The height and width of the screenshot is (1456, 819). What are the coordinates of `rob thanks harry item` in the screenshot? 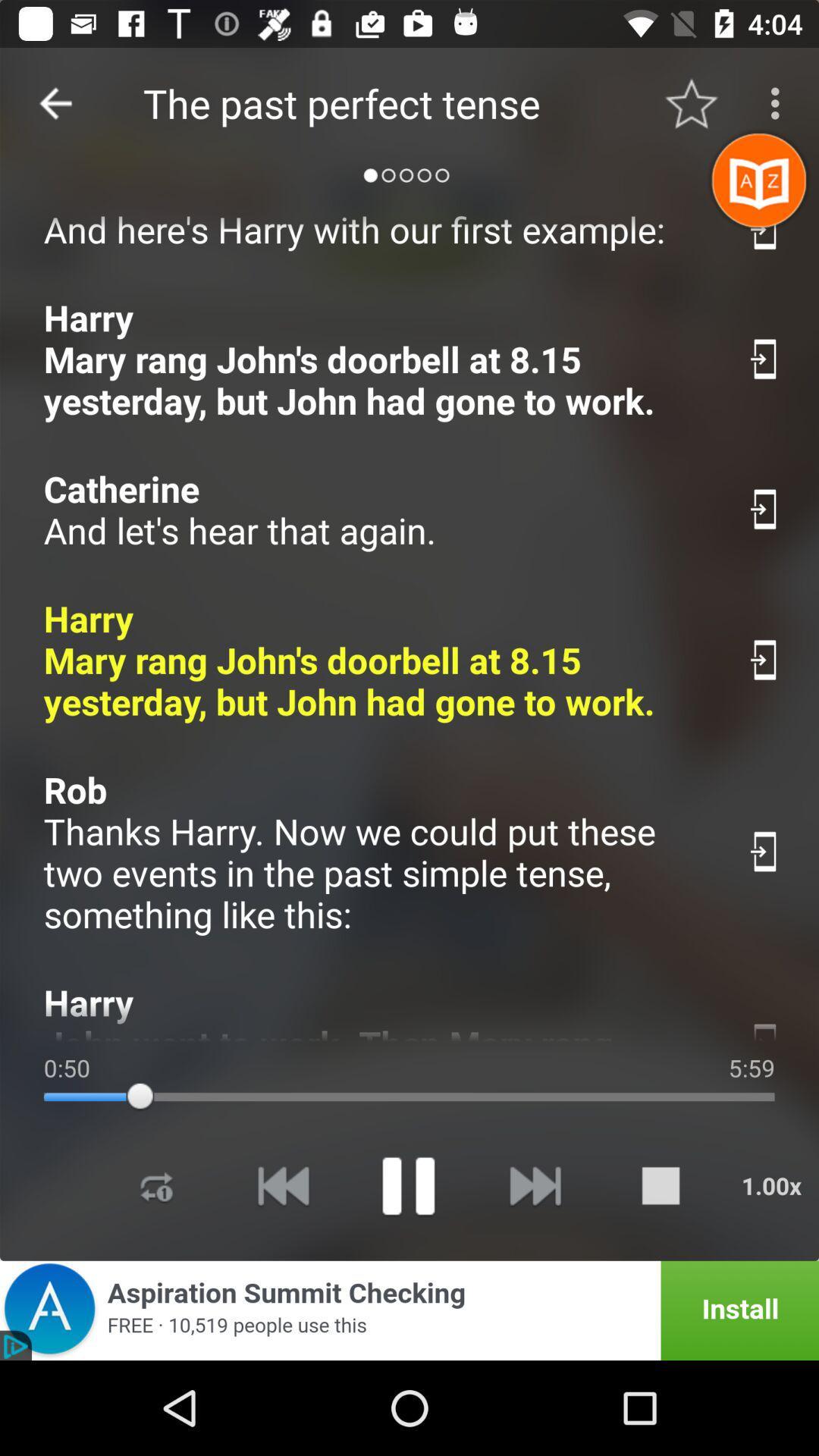 It's located at (378, 852).